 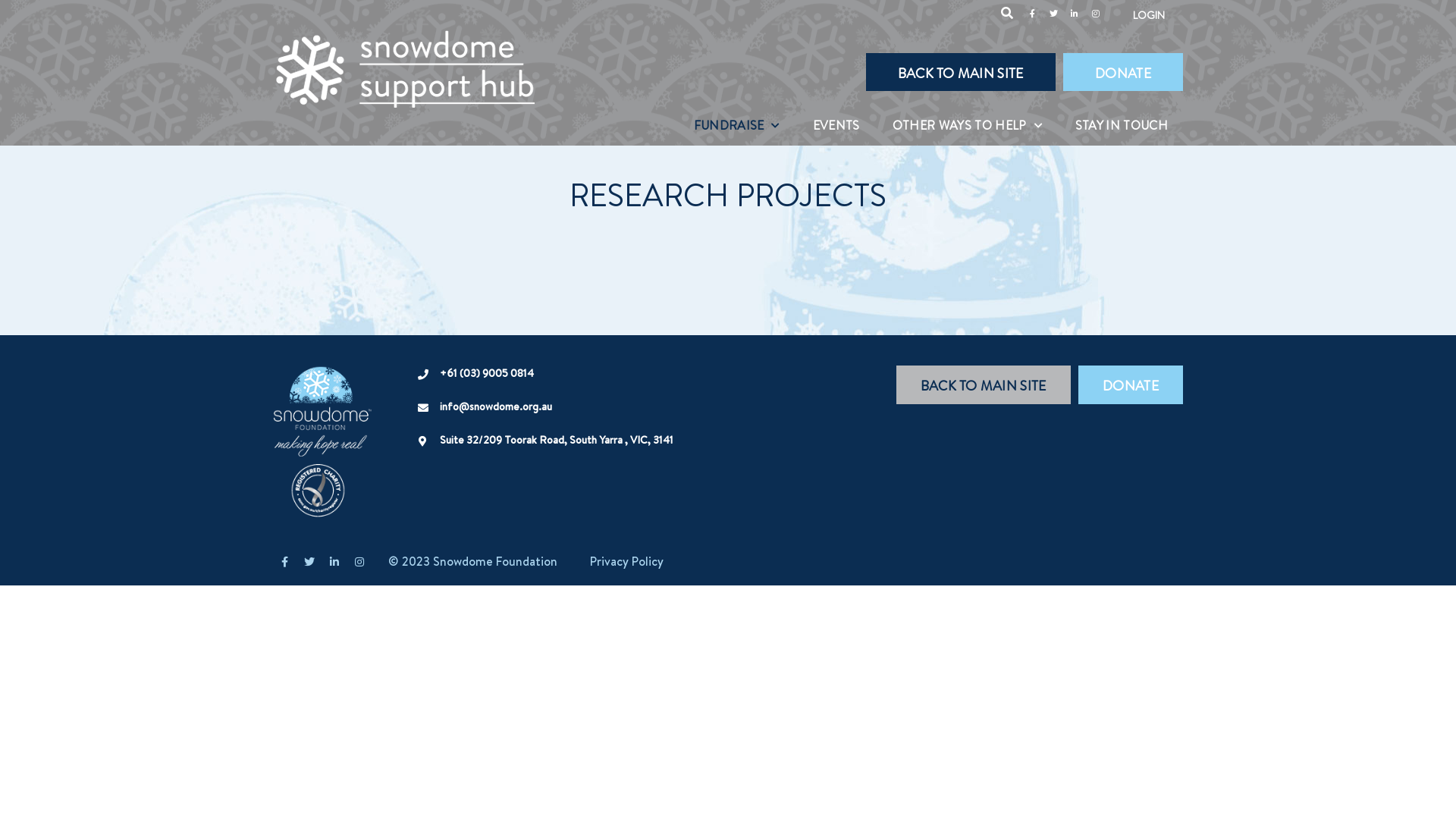 I want to click on 'EVENTS', so click(x=796, y=124).